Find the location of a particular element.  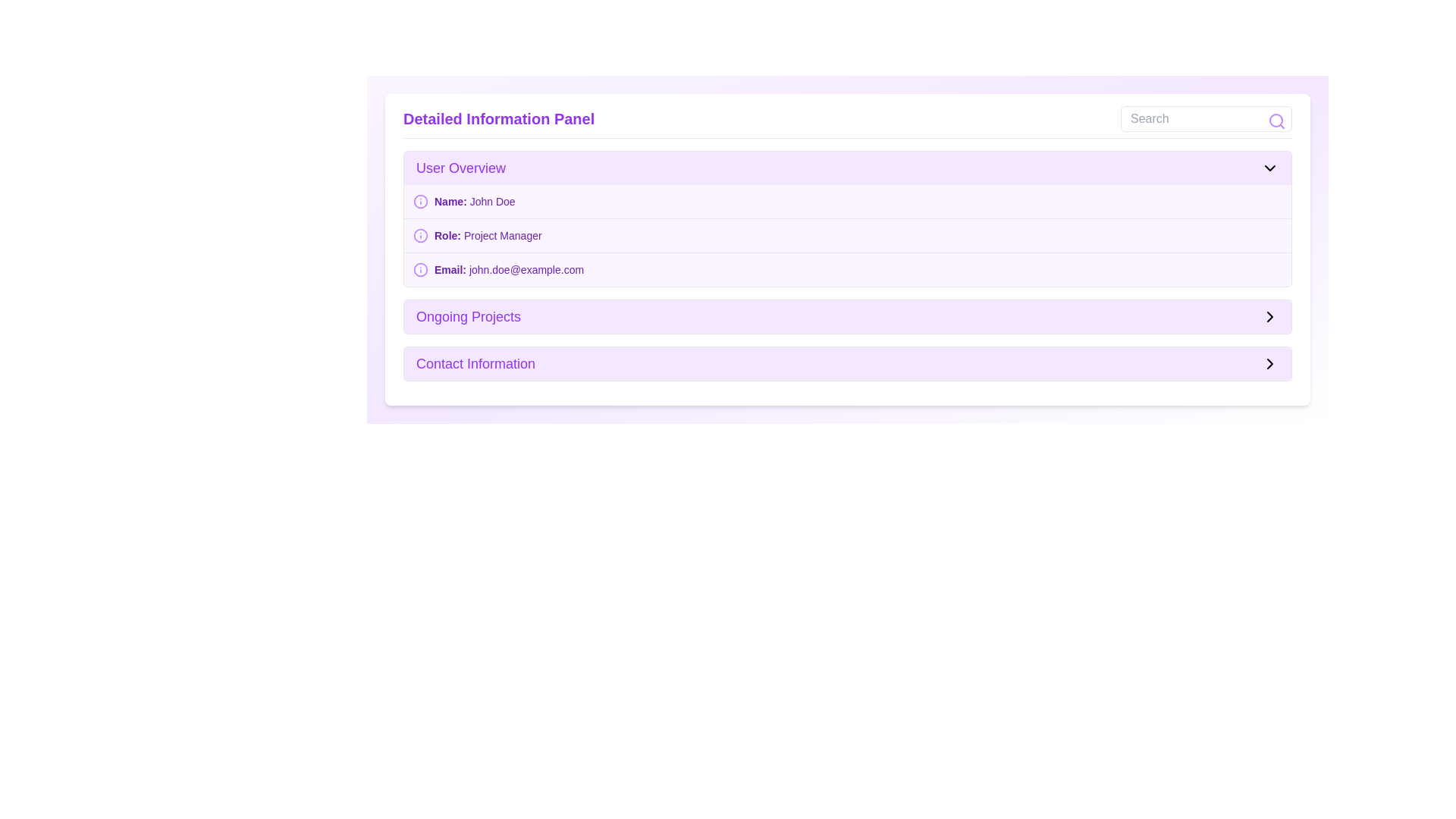

the label indicating user information in the Detailed Information Panel, positioned before the chevron icon pointing downward is located at coordinates (460, 168).